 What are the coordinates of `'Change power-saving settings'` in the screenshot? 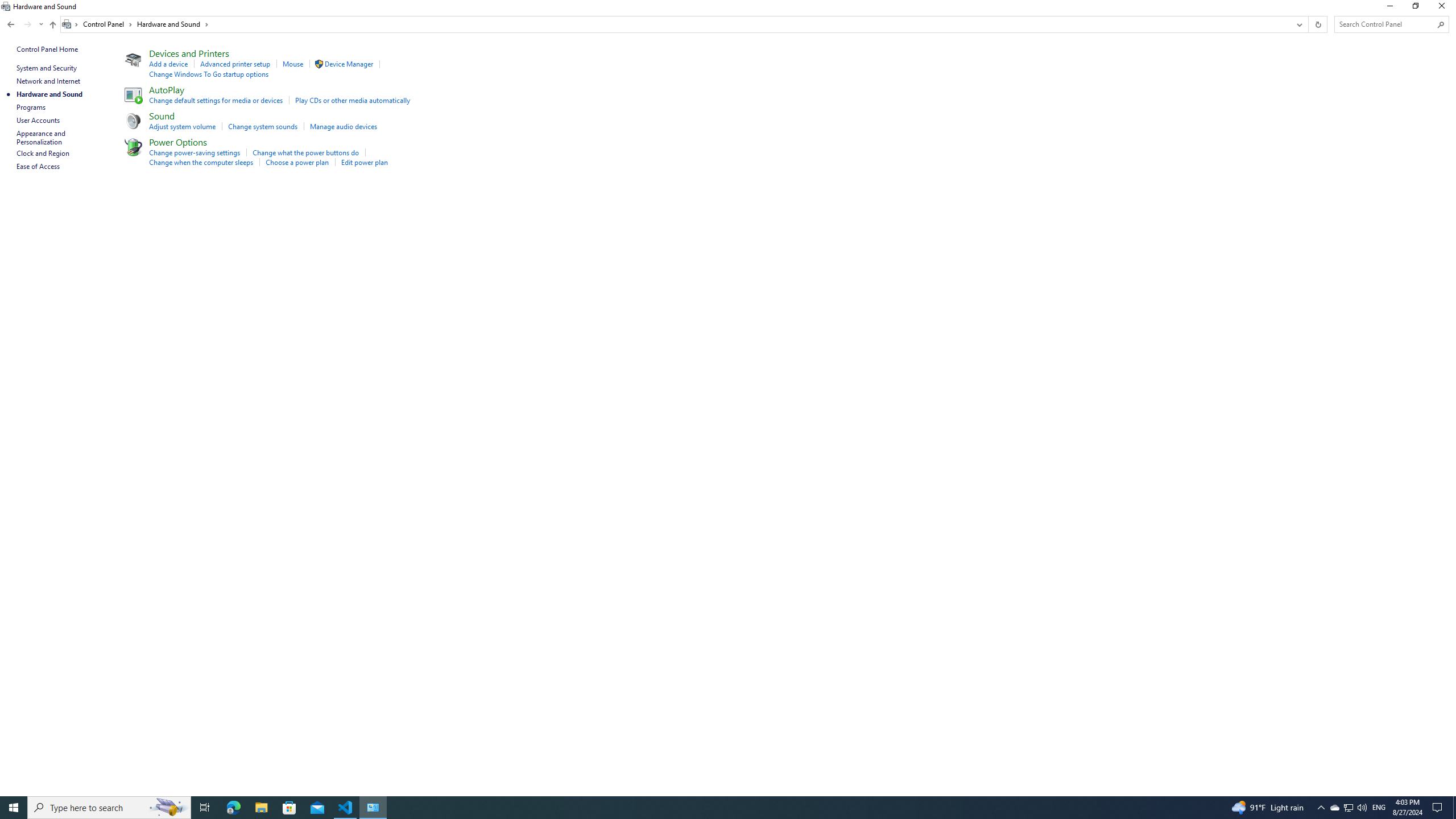 It's located at (195, 152).